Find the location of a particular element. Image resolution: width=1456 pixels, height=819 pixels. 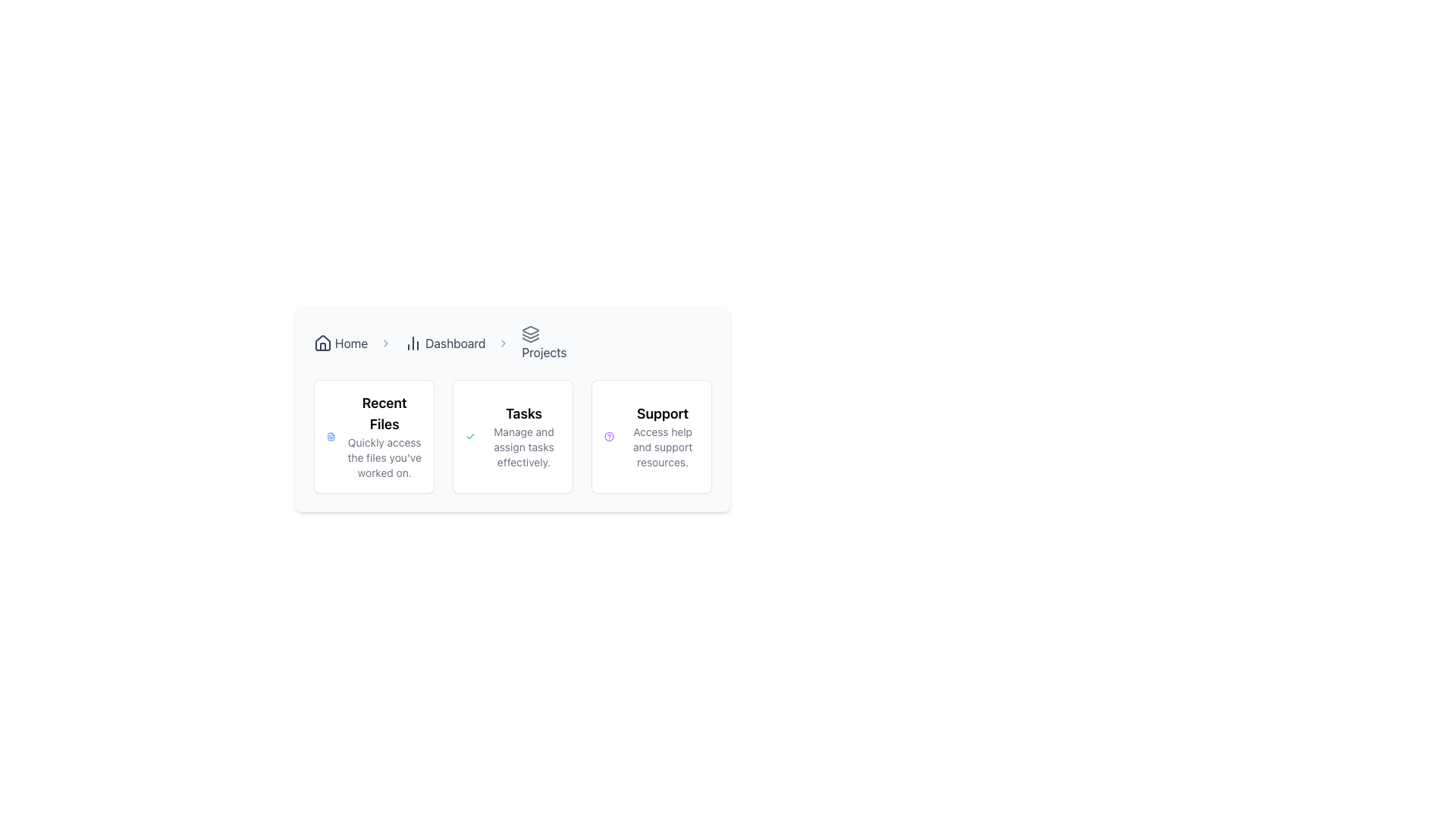

the text label displaying 'Tasks', which is styled as a bold heading and located at the top of the middle card in a three-card layout is located at coordinates (524, 414).